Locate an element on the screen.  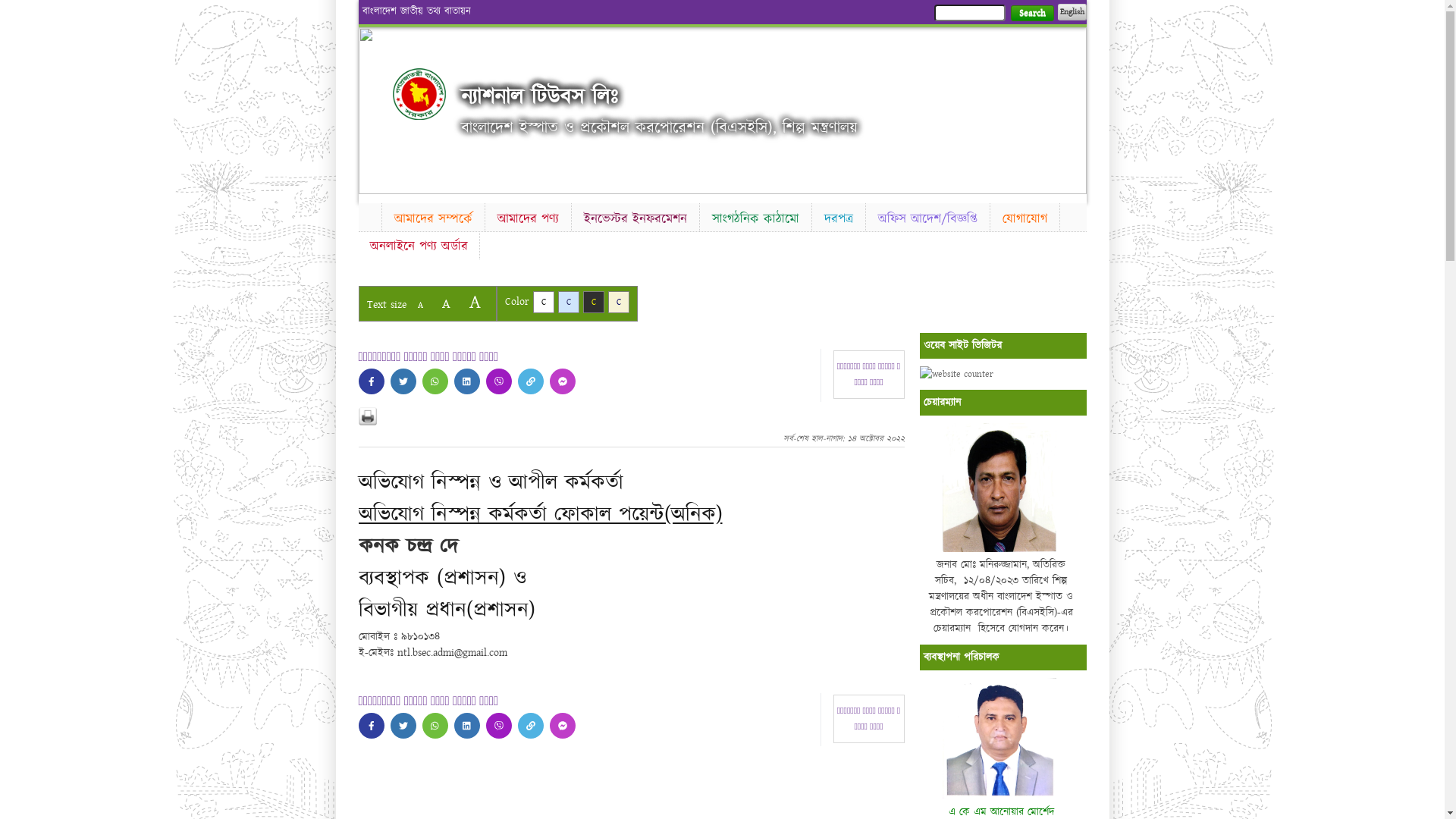
'A' is located at coordinates (432, 303).